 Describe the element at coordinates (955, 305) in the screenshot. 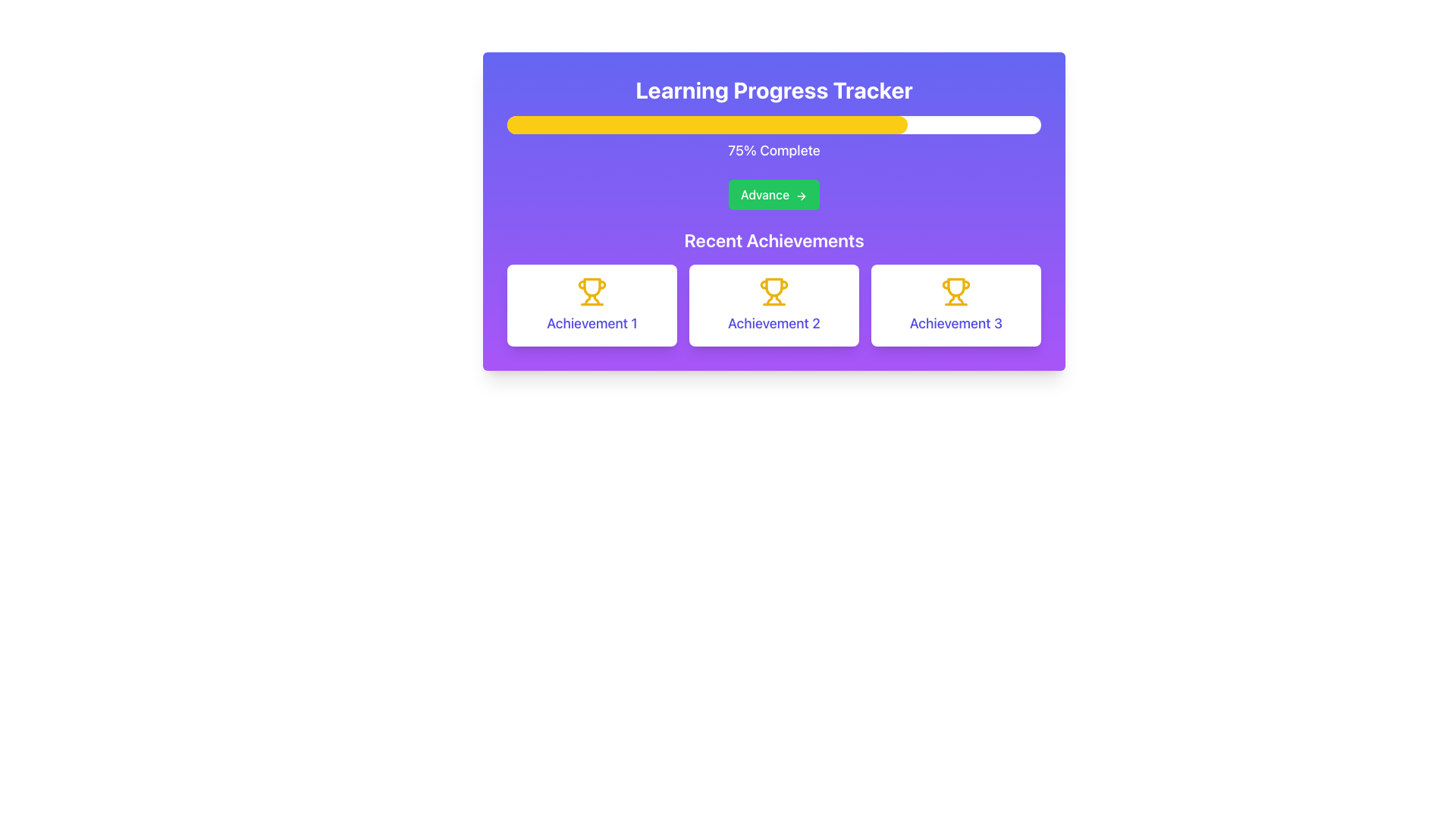

I see `title and icon of the third achievement summary card in the 'Recent Achievements' section, located at the bottom-right corner of the purple background card` at that location.